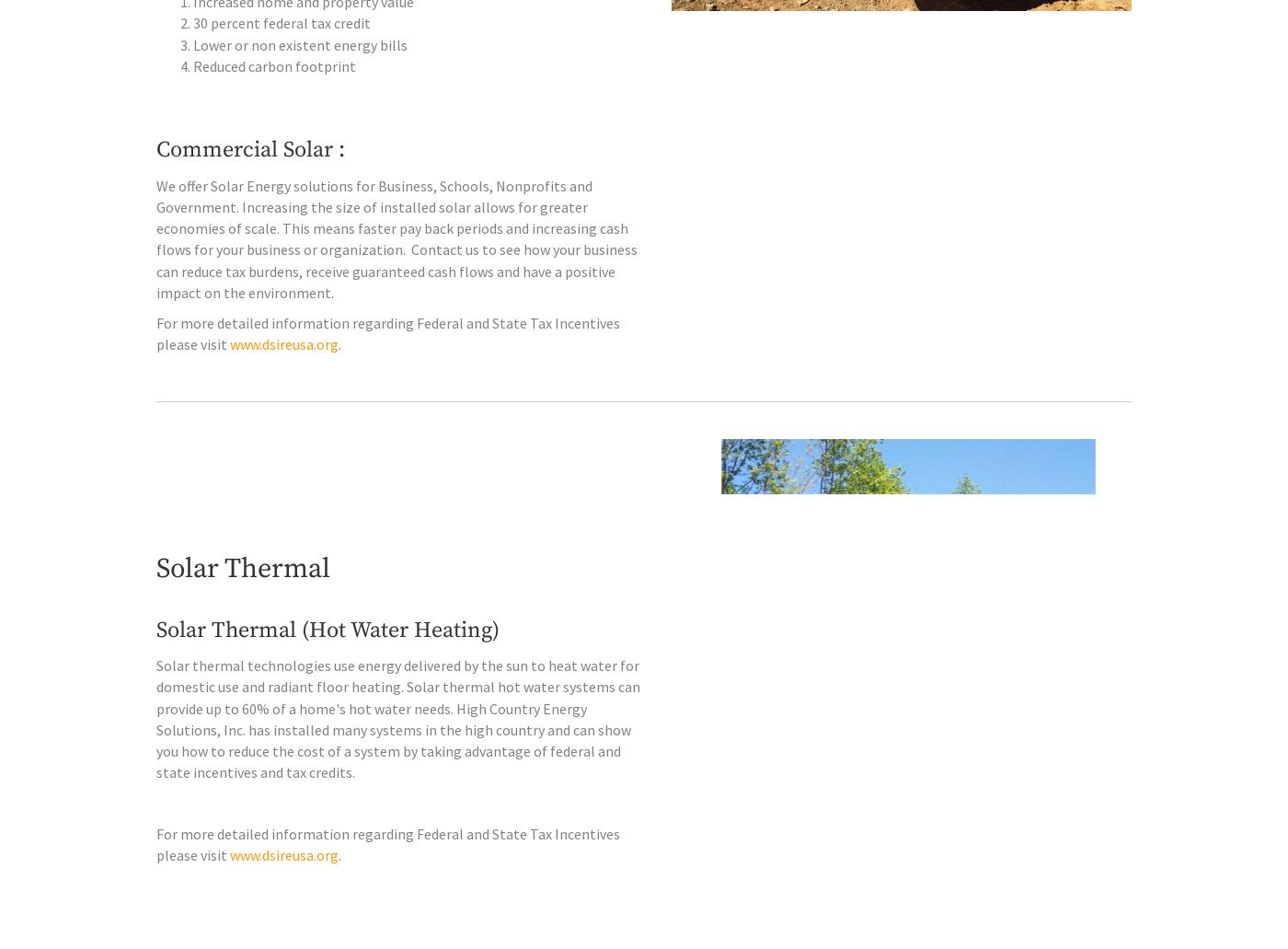 This screenshot has width=1288, height=949. I want to click on 'Commercial Solar :', so click(250, 187).